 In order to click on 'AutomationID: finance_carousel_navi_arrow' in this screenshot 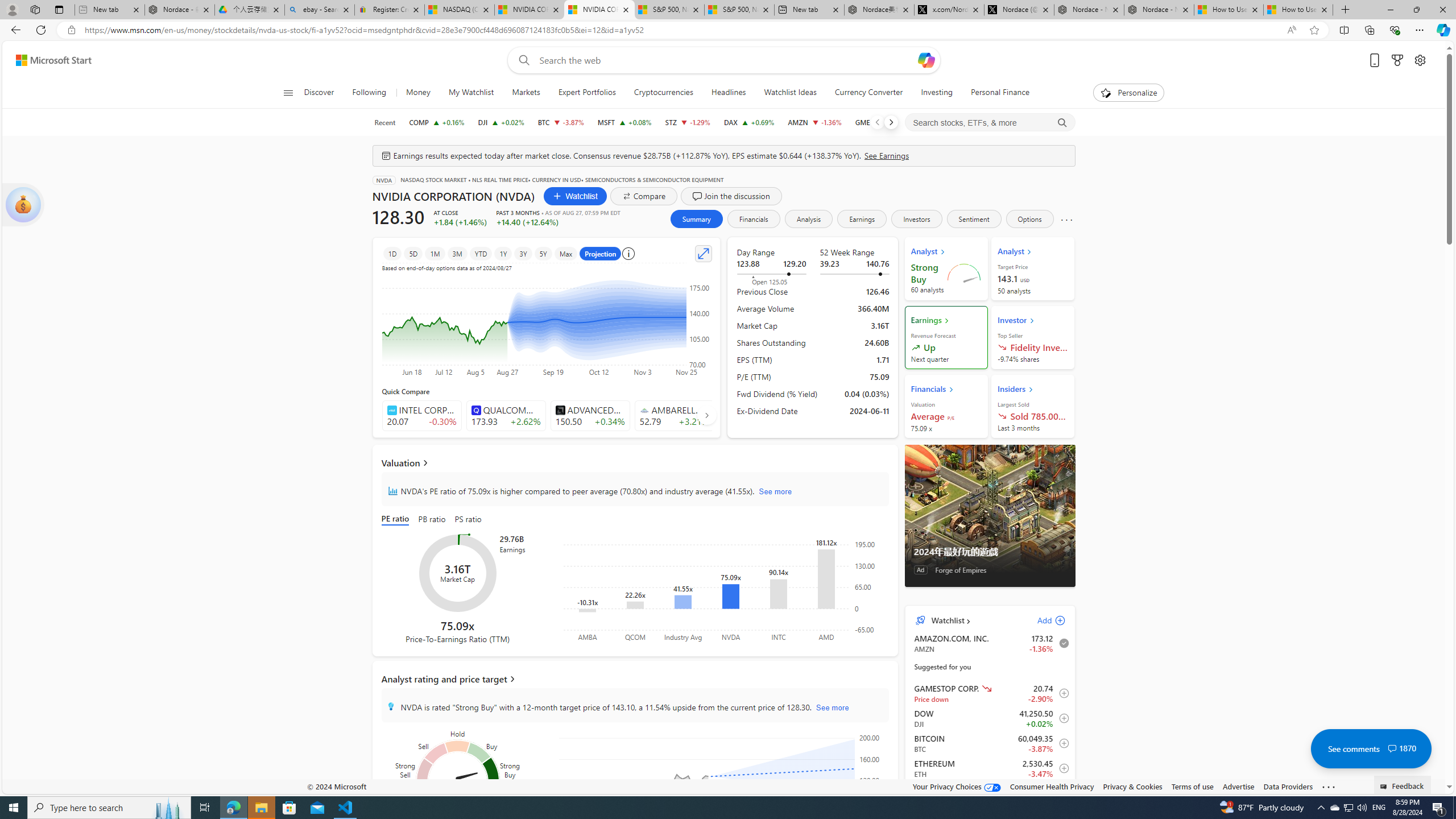, I will do `click(706, 414)`.